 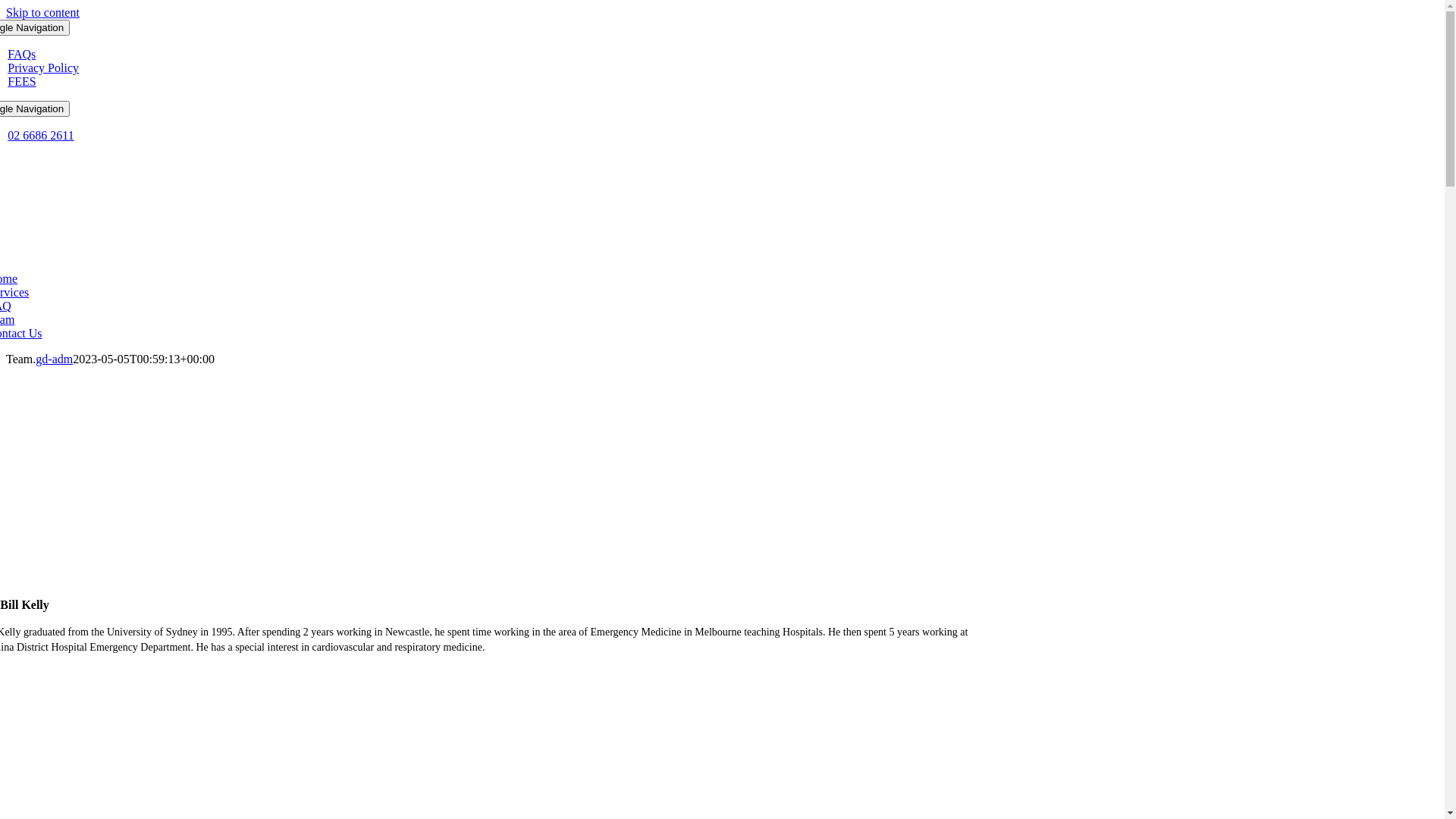 What do you see at coordinates (21, 53) in the screenshot?
I see `'FAQs'` at bounding box center [21, 53].